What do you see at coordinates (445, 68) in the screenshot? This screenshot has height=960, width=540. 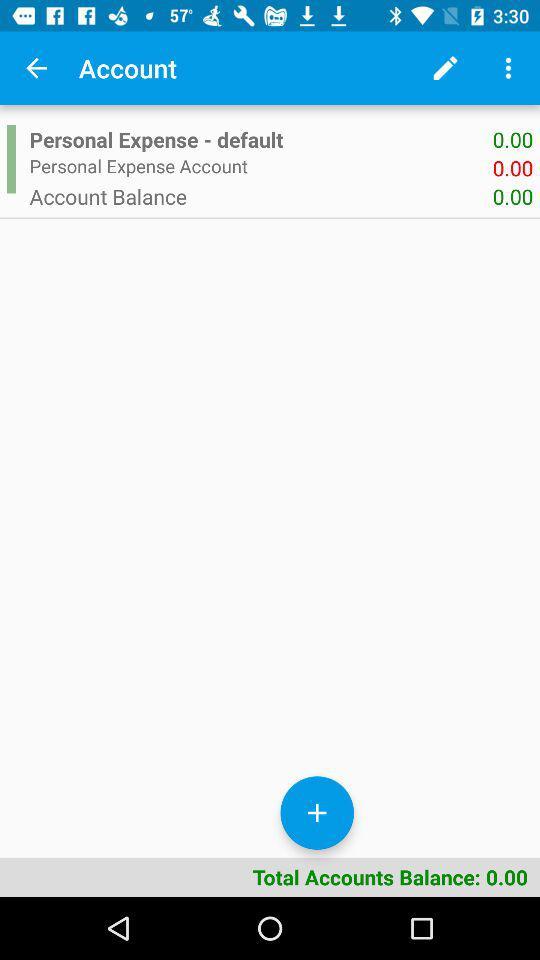 I see `the item next to account app` at bounding box center [445, 68].